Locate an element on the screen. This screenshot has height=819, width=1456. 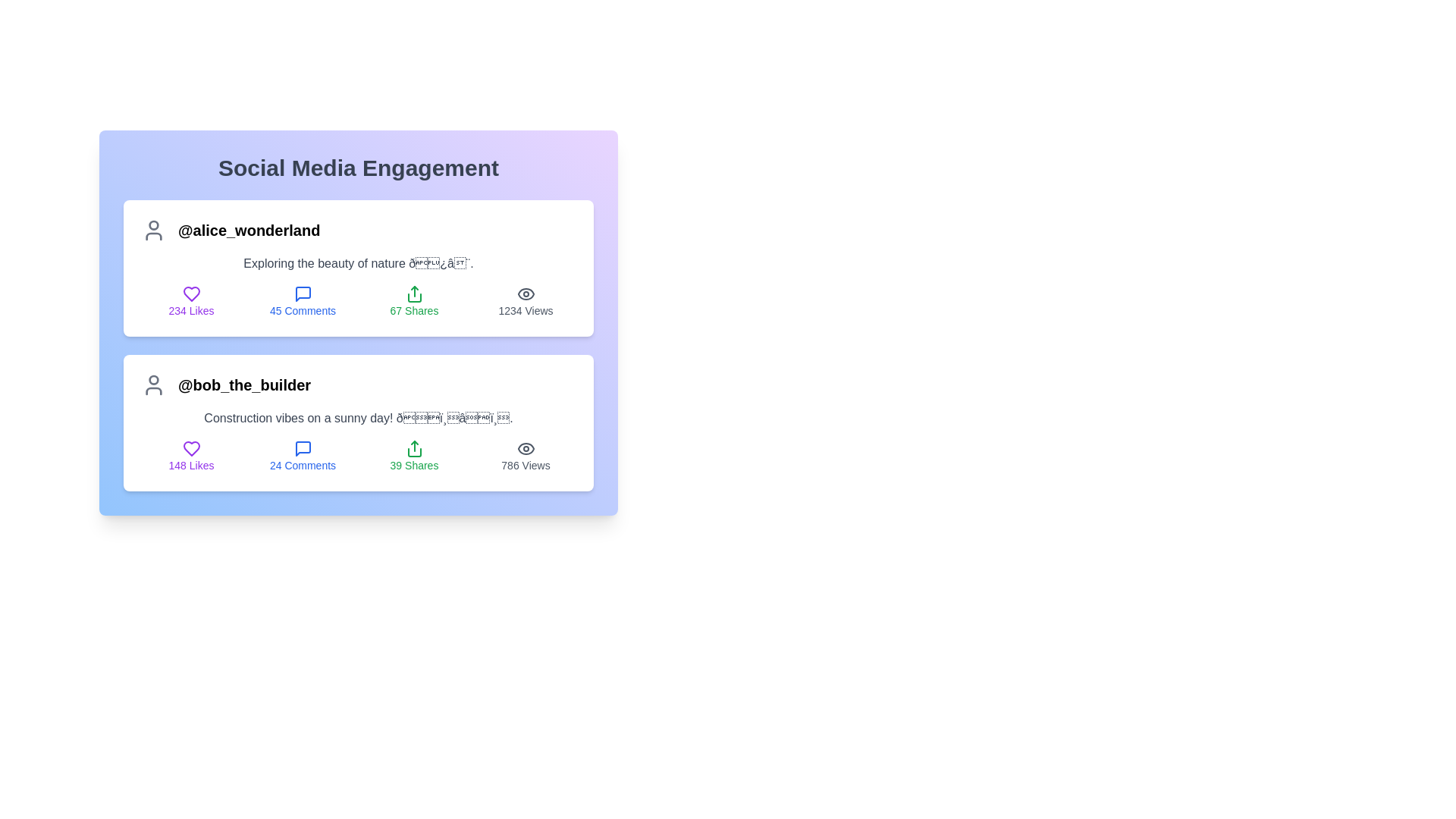
the purple heart icon located to the left of the '234 Likes' text for the '@alice_wonderland' post is located at coordinates (190, 294).